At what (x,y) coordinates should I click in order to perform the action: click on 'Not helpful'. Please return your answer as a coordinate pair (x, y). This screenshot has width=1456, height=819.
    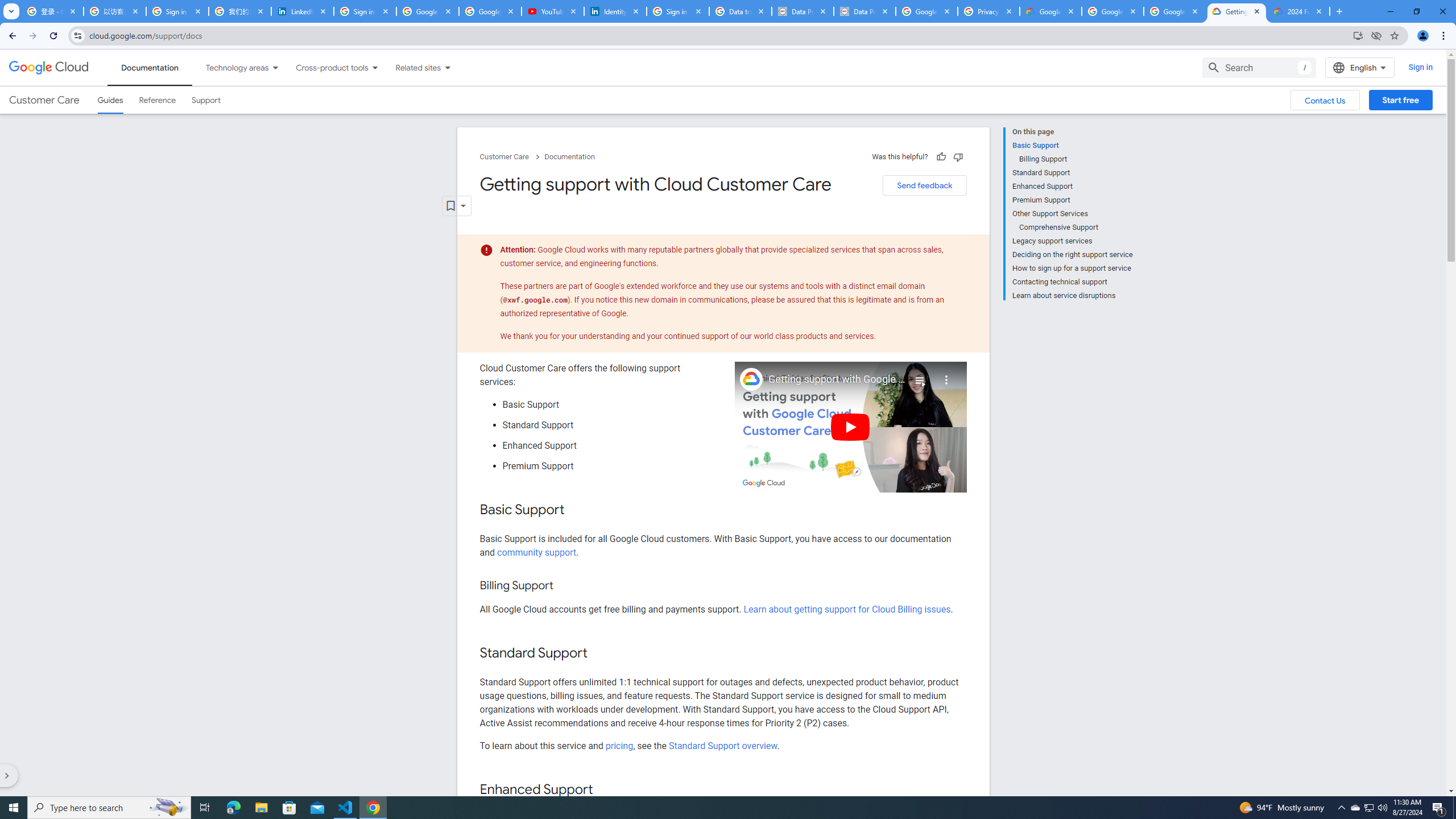
    Looking at the image, I should click on (957, 156).